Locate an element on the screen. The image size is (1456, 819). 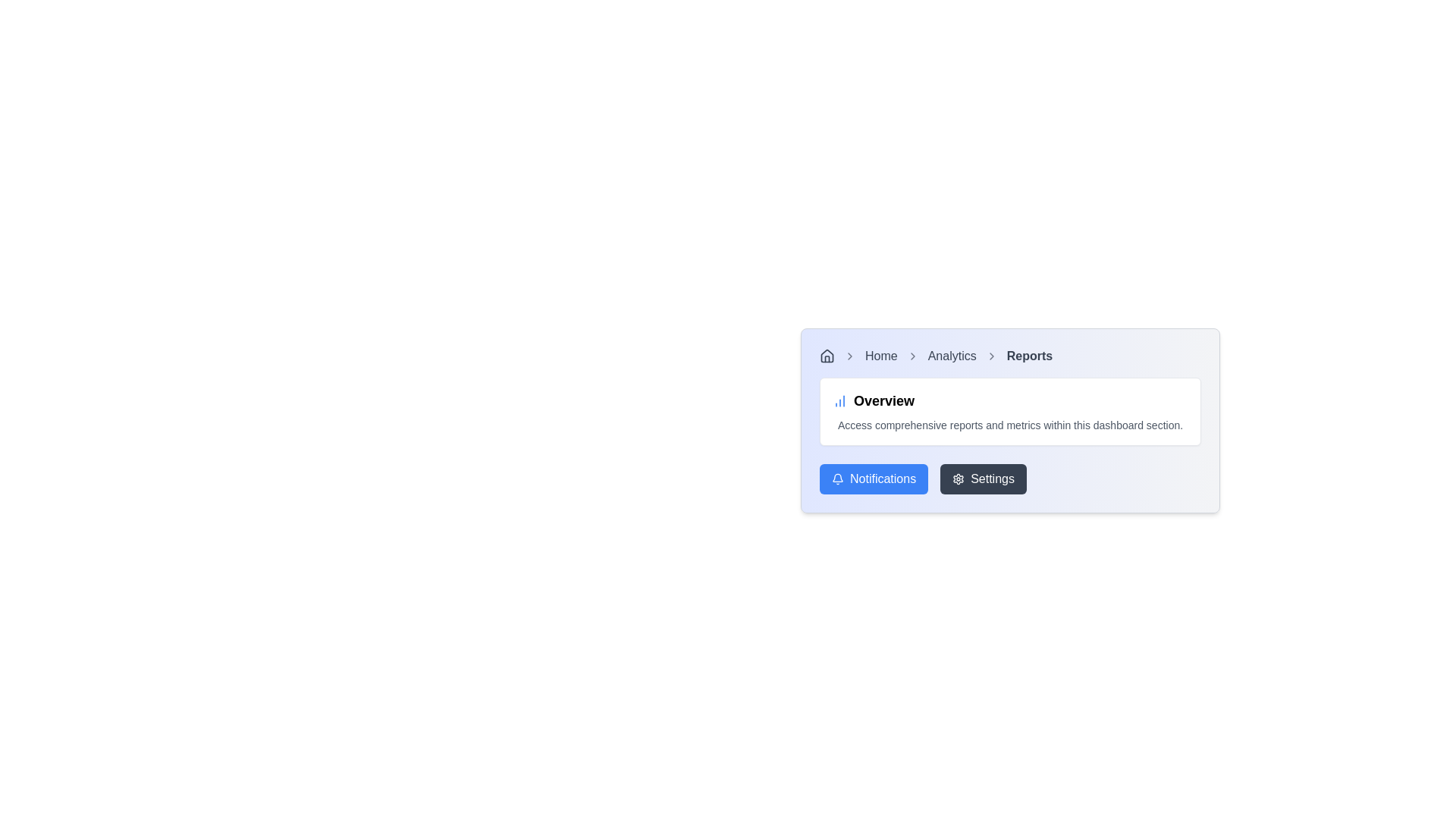
the 'Settings' button located at the bottom-right corner of the card, which has a gray background and white text alongside a gear icon is located at coordinates (984, 479).